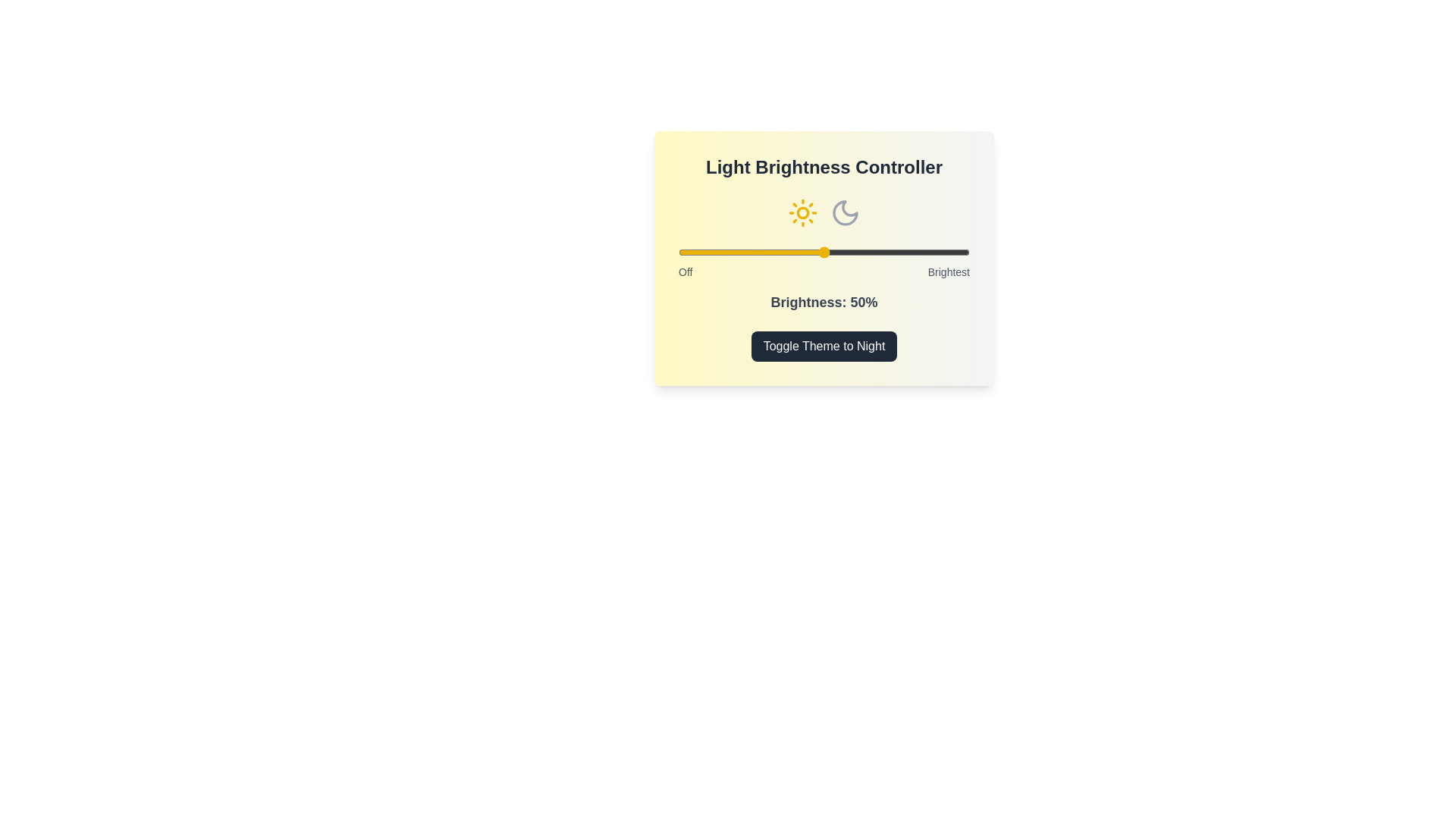 Image resolution: width=1456 pixels, height=819 pixels. What do you see at coordinates (802, 213) in the screenshot?
I see `the sun icon to toggle the theme` at bounding box center [802, 213].